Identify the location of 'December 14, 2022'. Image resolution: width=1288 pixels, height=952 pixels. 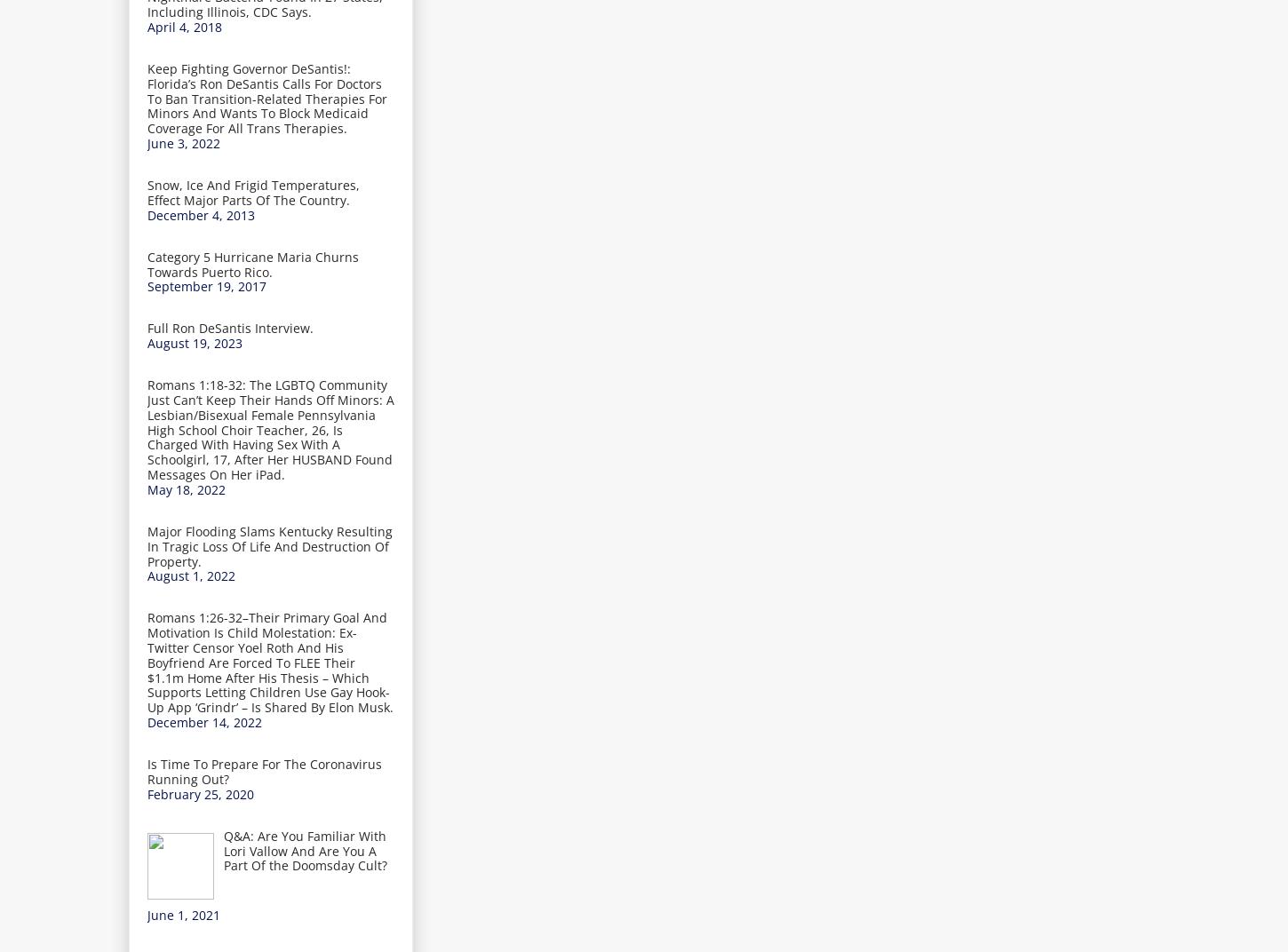
(203, 721).